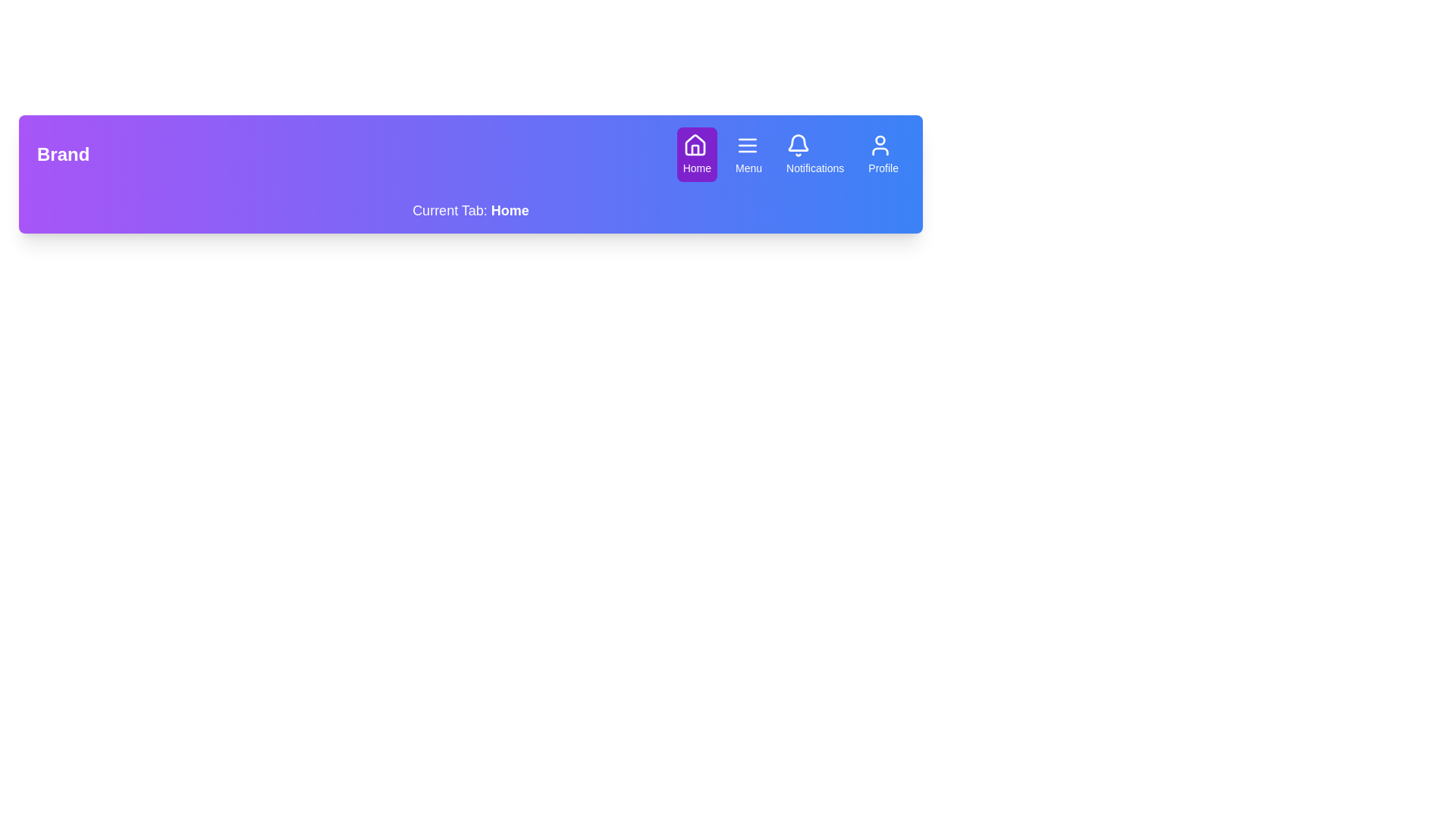  What do you see at coordinates (510, 210) in the screenshot?
I see `the static text label indicating the currently selected tab, which displays 'Current Tab: Home'` at bounding box center [510, 210].